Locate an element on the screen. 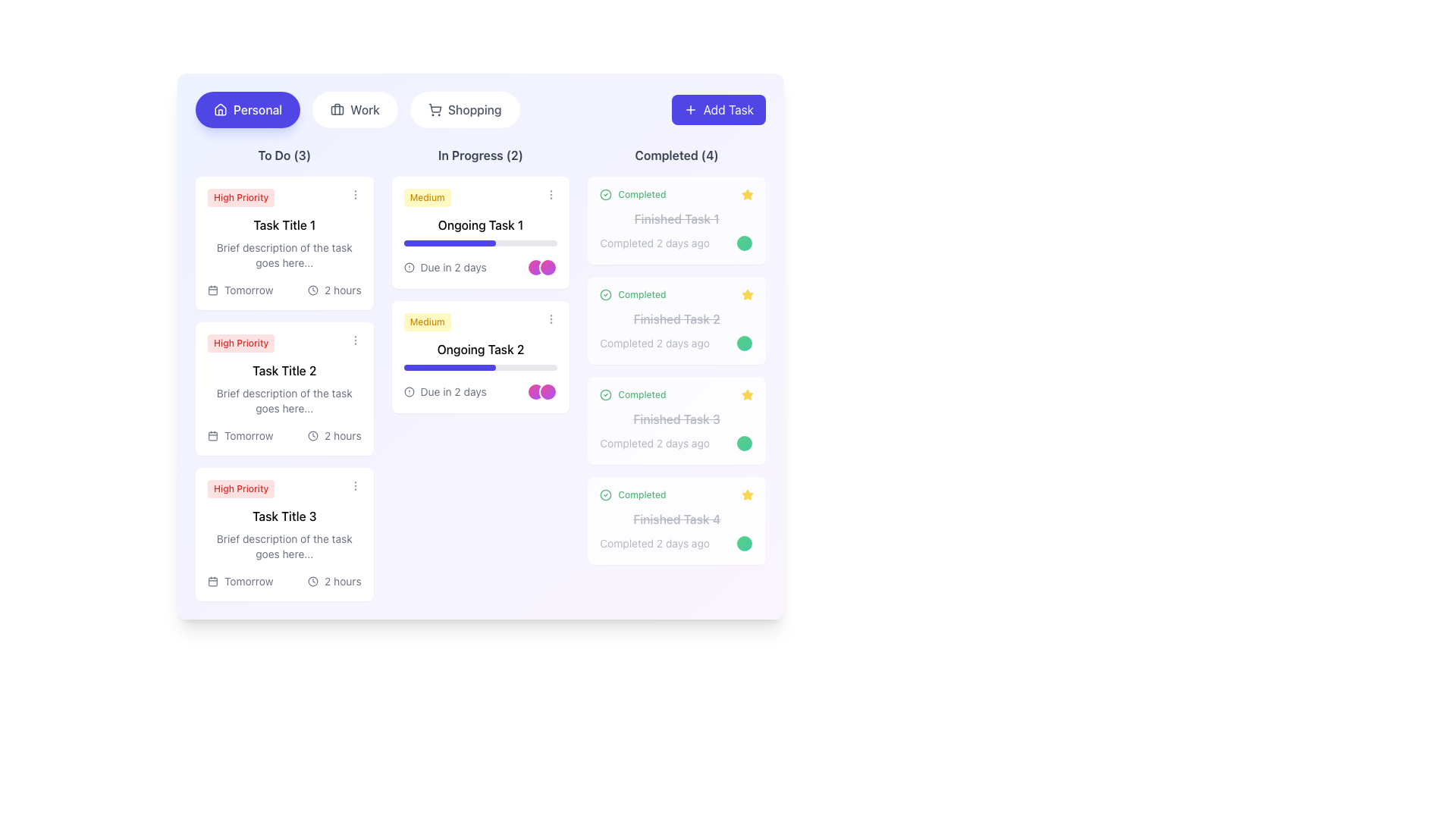 The width and height of the screenshot is (1456, 819). the alert icon located to the left of the text 'Due in 2 days' in the 'In Progress' section for the task labeled 'Ongoing Task 2' is located at coordinates (409, 391).